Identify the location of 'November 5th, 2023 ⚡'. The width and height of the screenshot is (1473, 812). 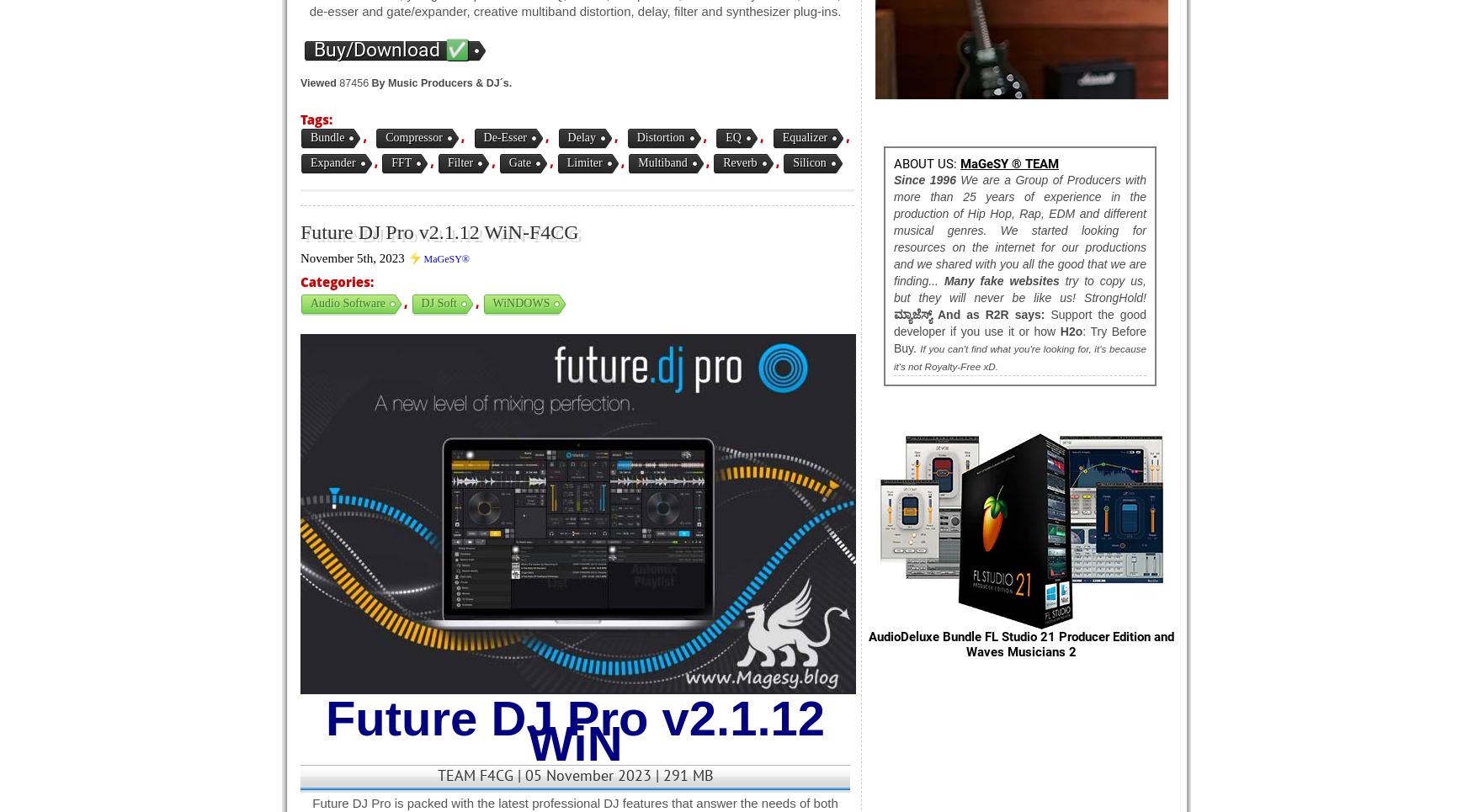
(360, 257).